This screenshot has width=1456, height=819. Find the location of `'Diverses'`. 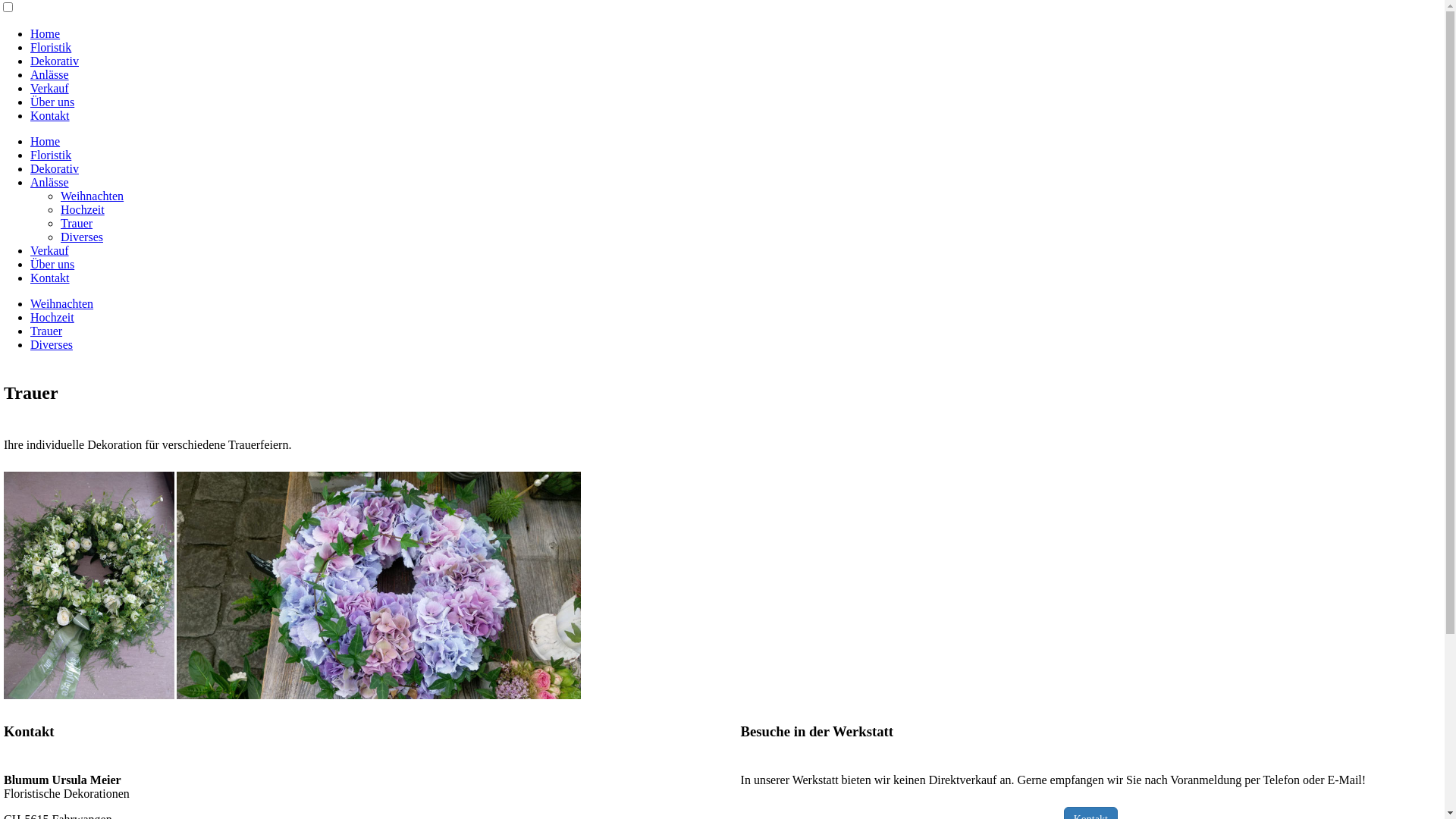

'Diverses' is located at coordinates (80, 237).